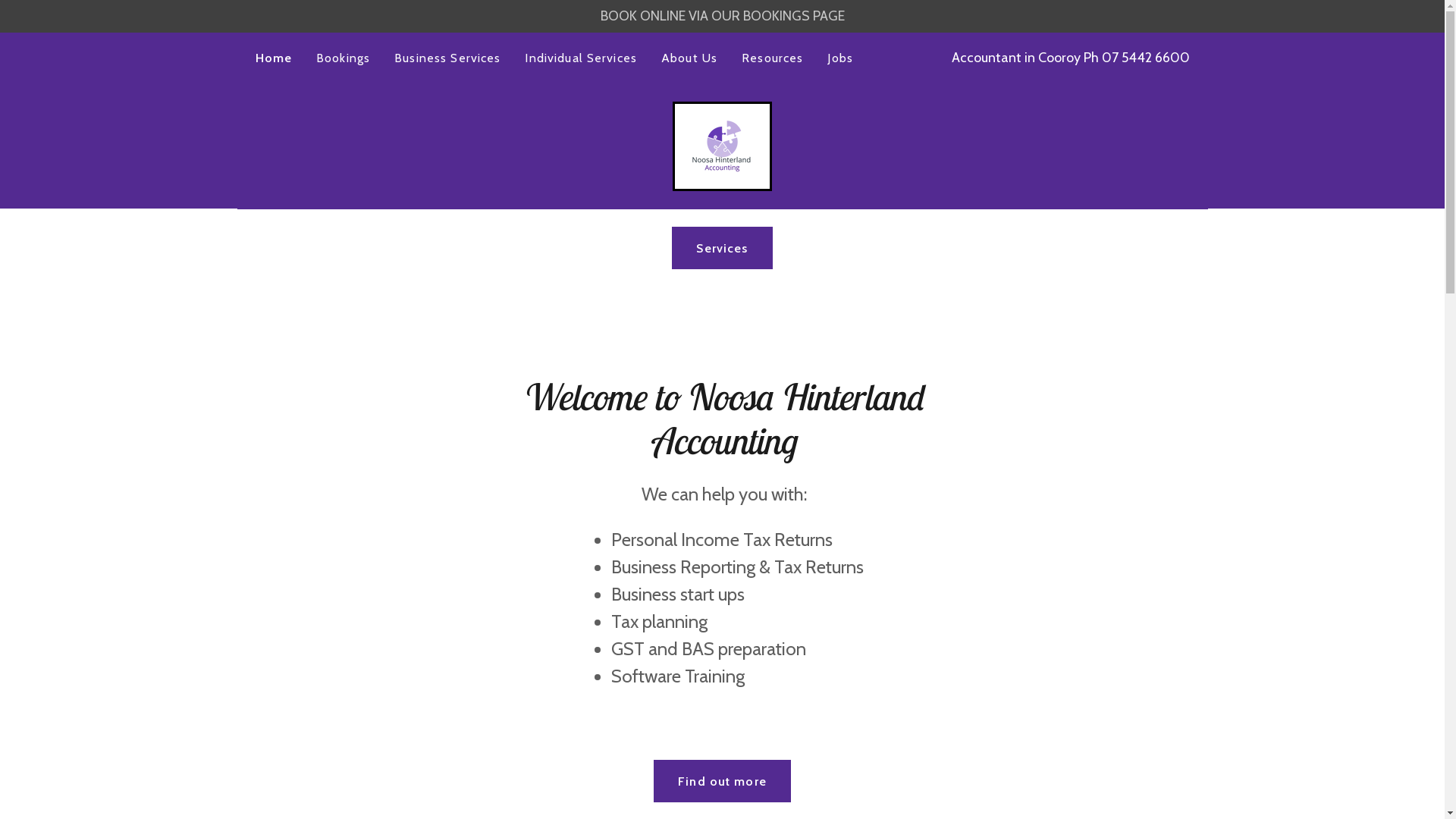 This screenshot has height=819, width=1456. What do you see at coordinates (720, 247) in the screenshot?
I see `'Services'` at bounding box center [720, 247].